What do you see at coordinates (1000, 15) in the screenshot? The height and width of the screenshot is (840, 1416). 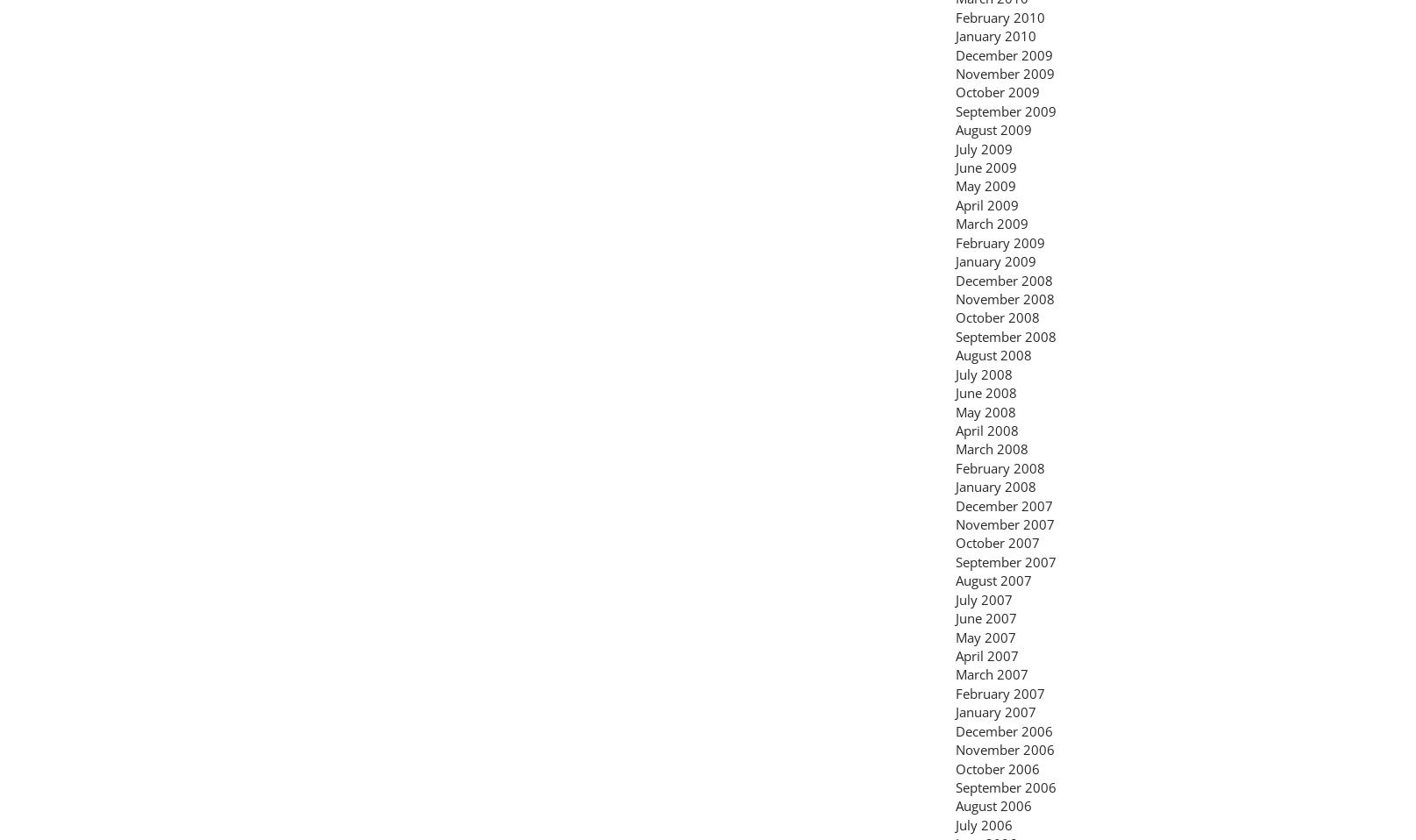 I see `'February 2010'` at bounding box center [1000, 15].